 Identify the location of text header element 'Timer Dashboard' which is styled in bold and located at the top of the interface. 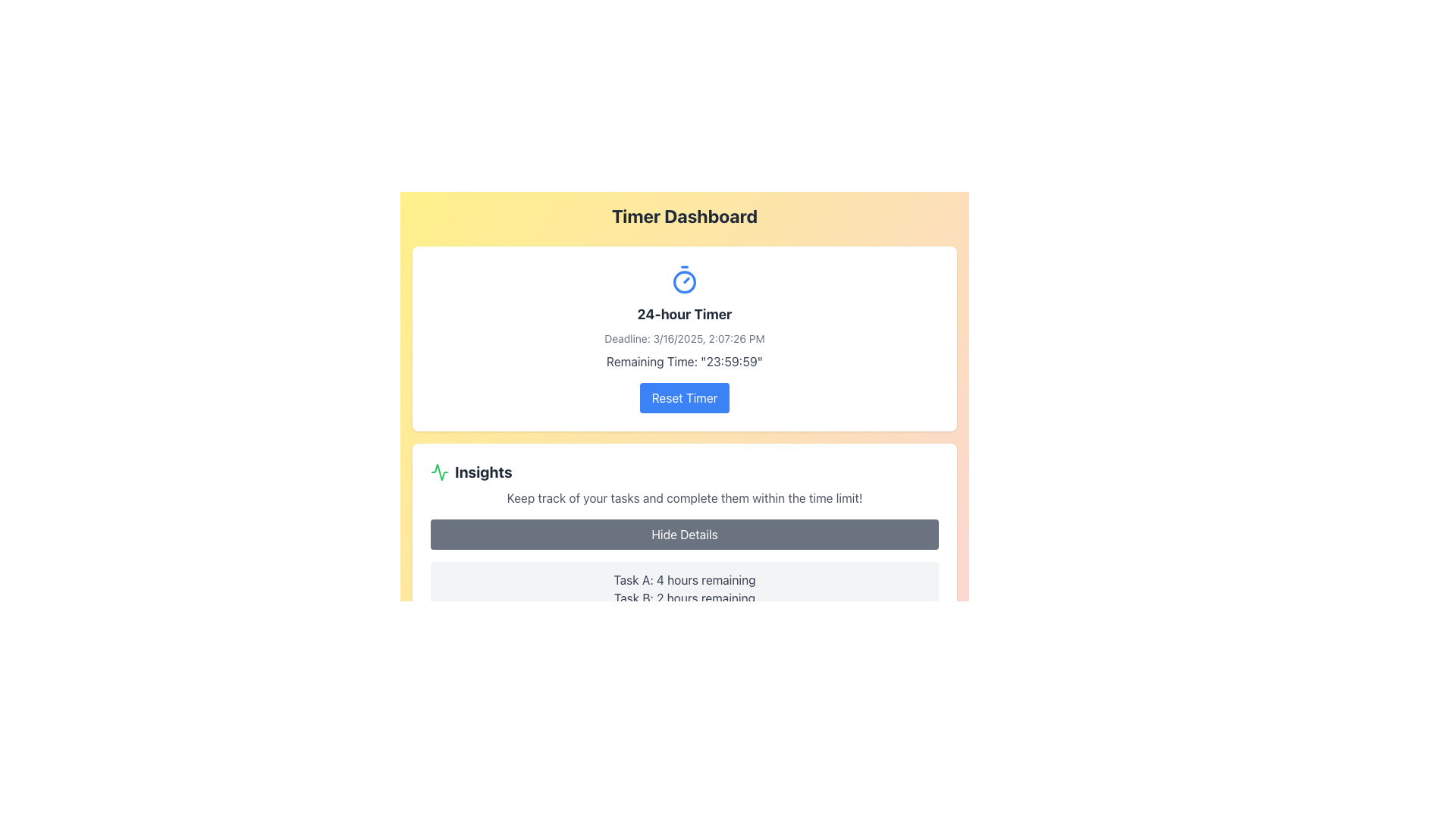
(683, 216).